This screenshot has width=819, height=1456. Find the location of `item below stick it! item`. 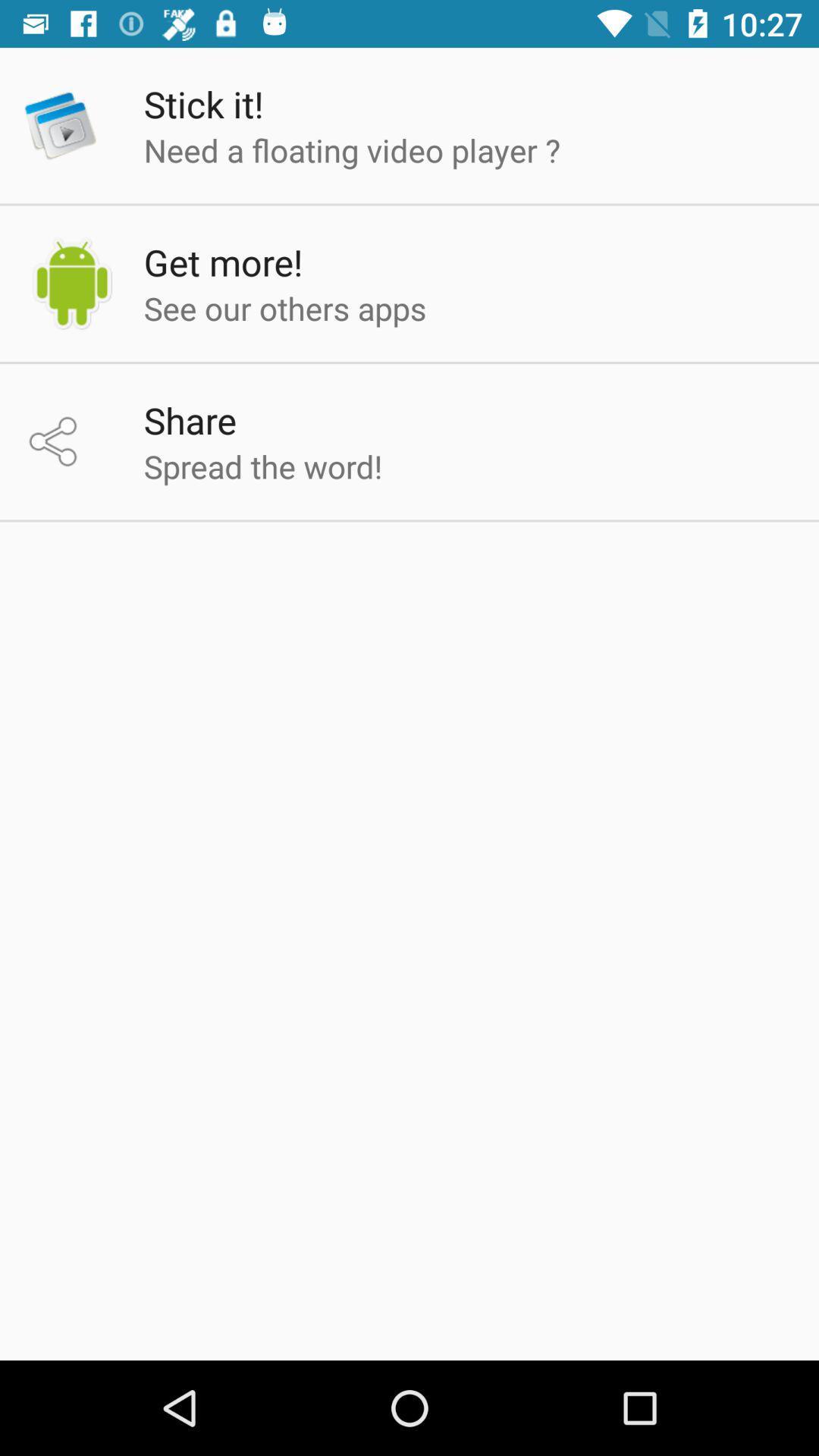

item below stick it! item is located at coordinates (352, 149).